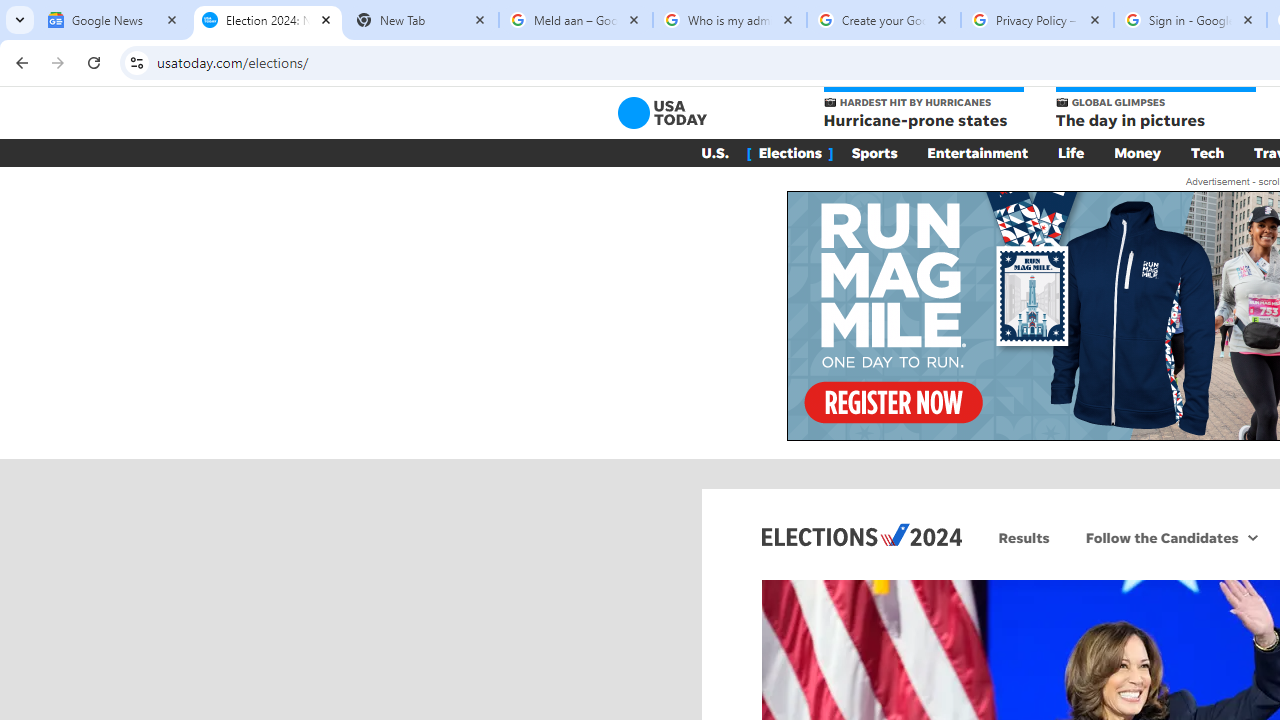  I want to click on 'U.S.', so click(714, 152).